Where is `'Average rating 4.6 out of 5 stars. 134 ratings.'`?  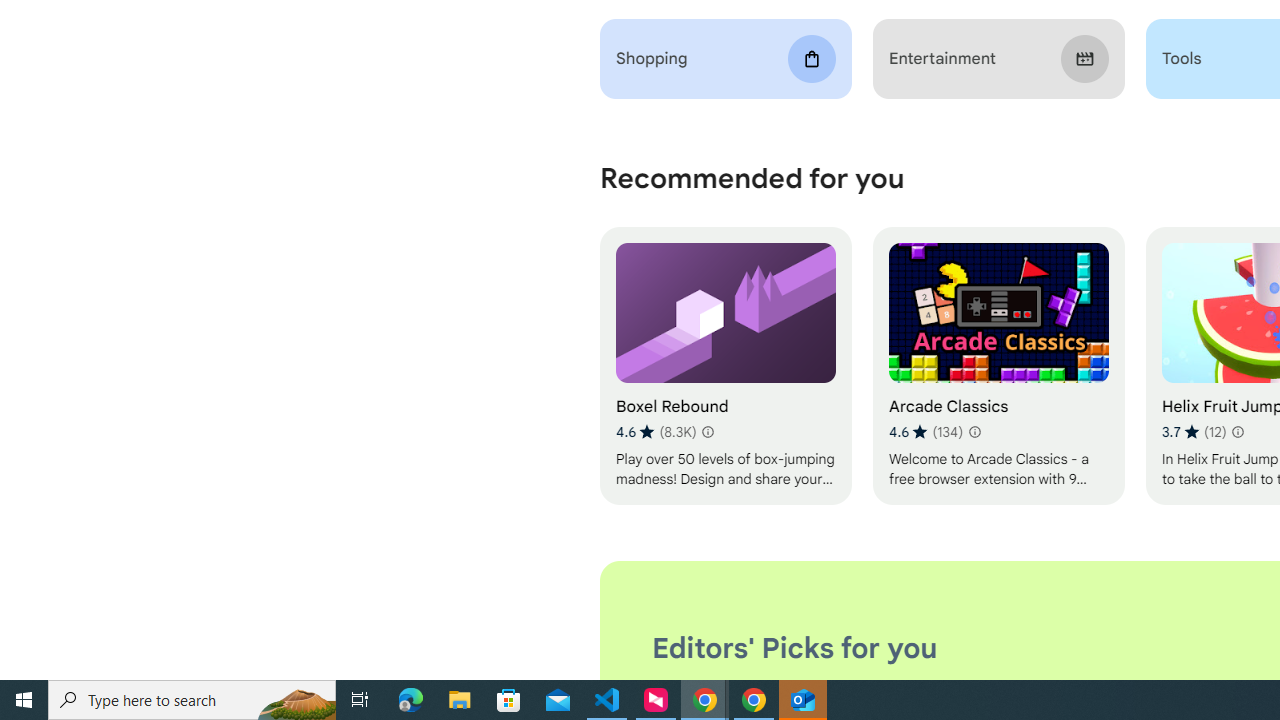
'Average rating 4.6 out of 5 stars. 134 ratings.' is located at coordinates (924, 431).